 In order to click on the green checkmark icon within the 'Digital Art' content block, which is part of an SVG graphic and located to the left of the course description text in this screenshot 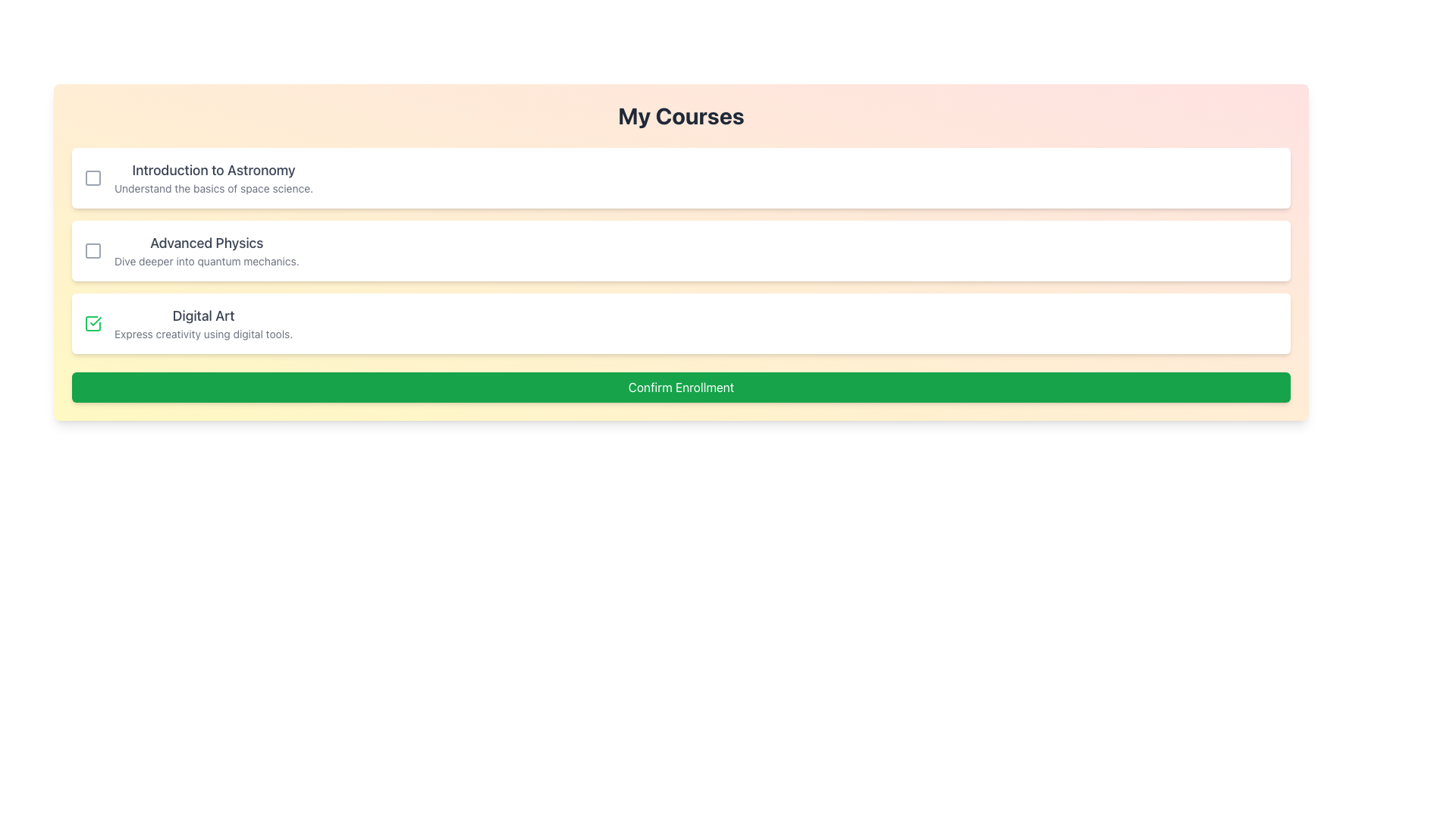, I will do `click(95, 321)`.